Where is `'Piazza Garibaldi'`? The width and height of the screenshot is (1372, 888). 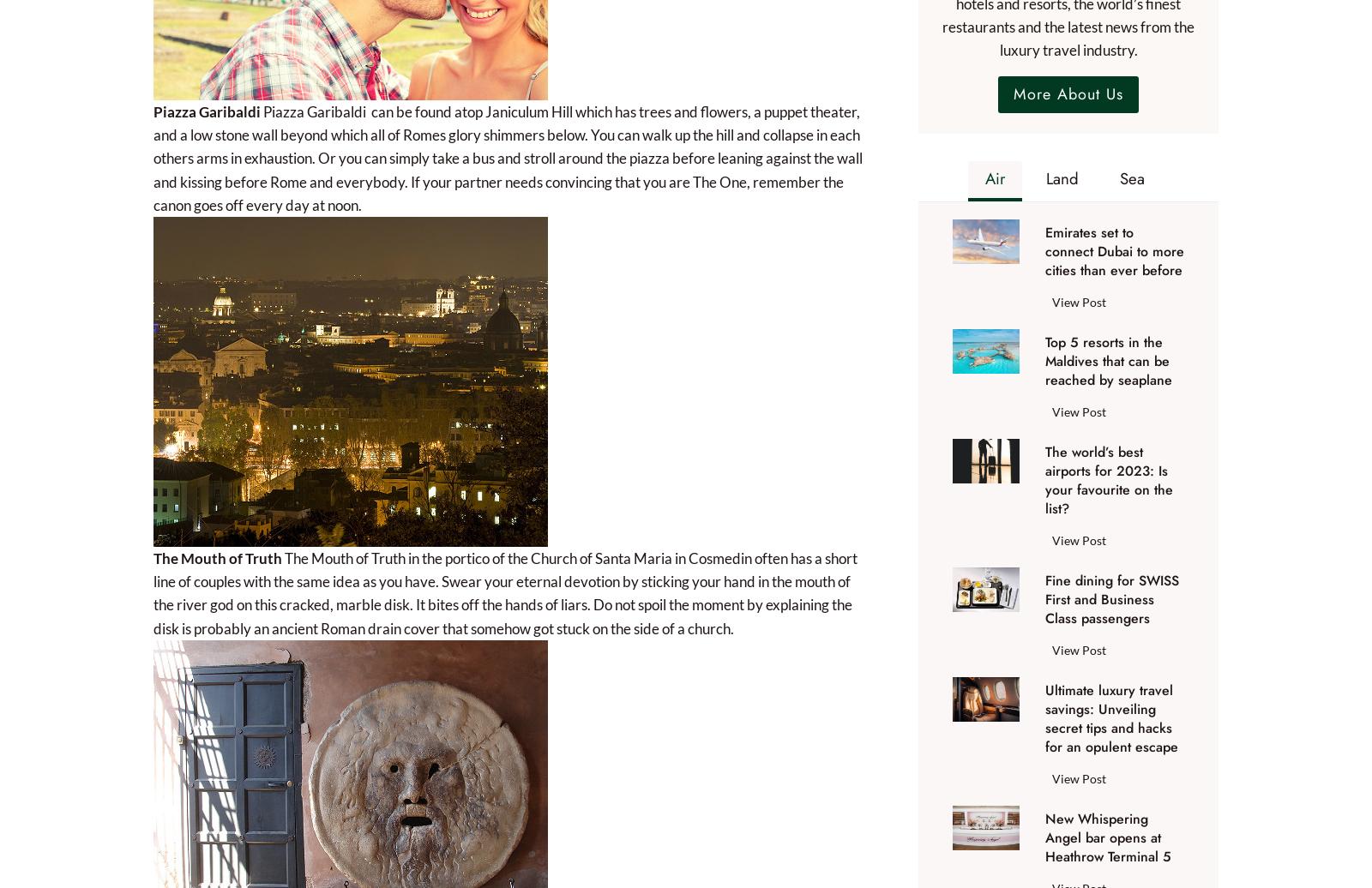 'Piazza Garibaldi' is located at coordinates (207, 111).